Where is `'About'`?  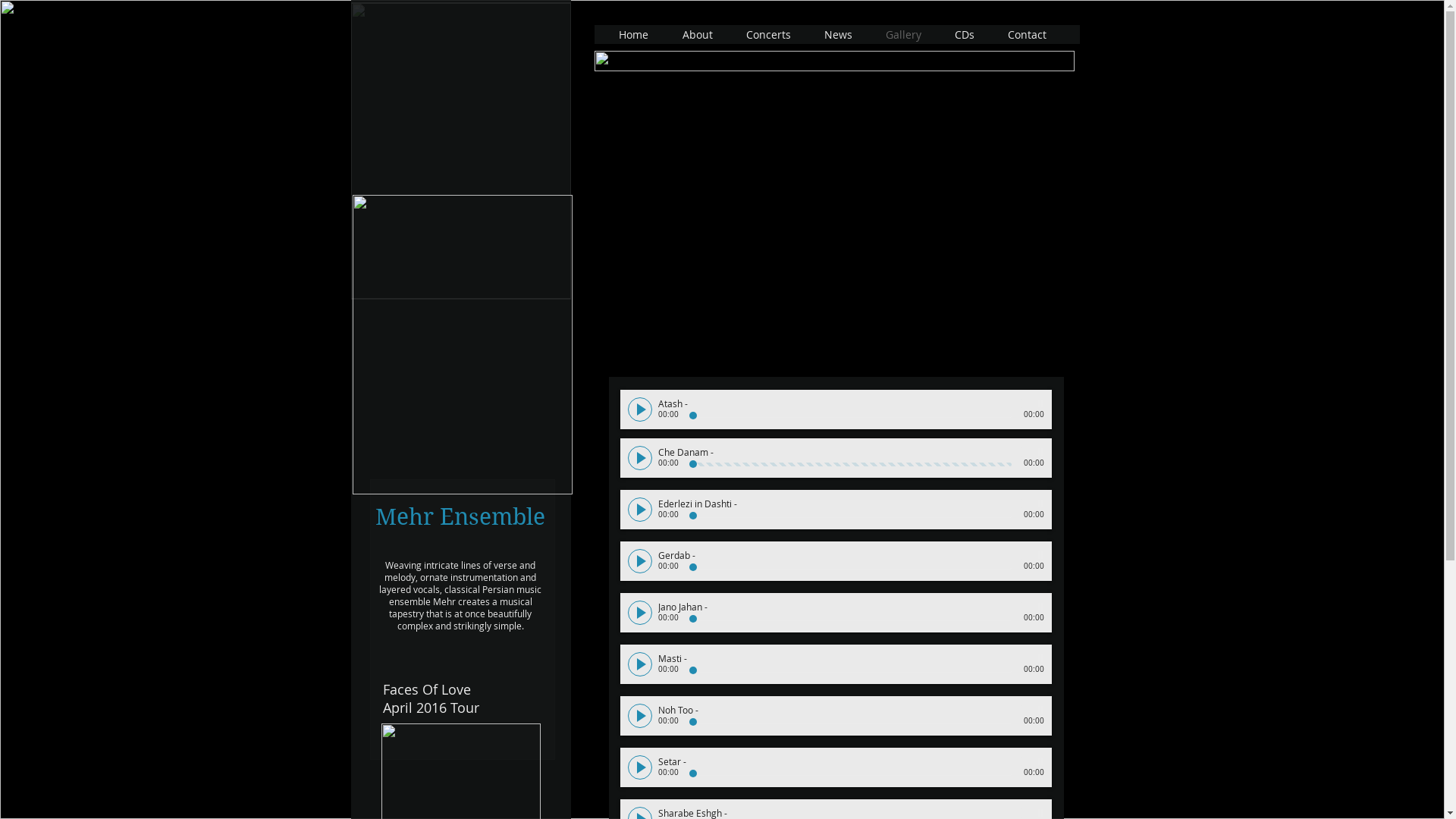 'About' is located at coordinates (667, 34).